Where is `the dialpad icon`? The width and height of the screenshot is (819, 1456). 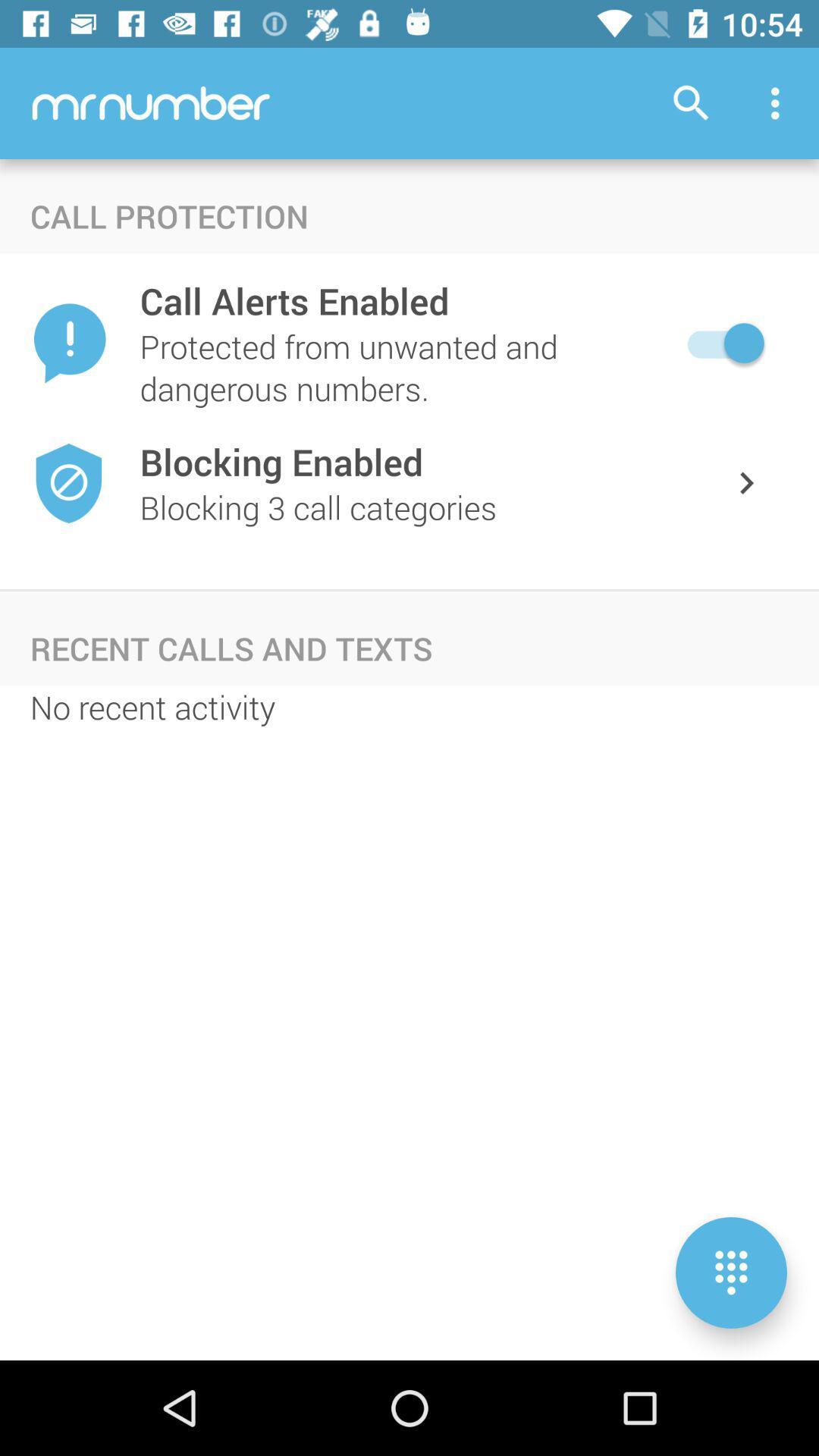
the dialpad icon is located at coordinates (730, 1272).